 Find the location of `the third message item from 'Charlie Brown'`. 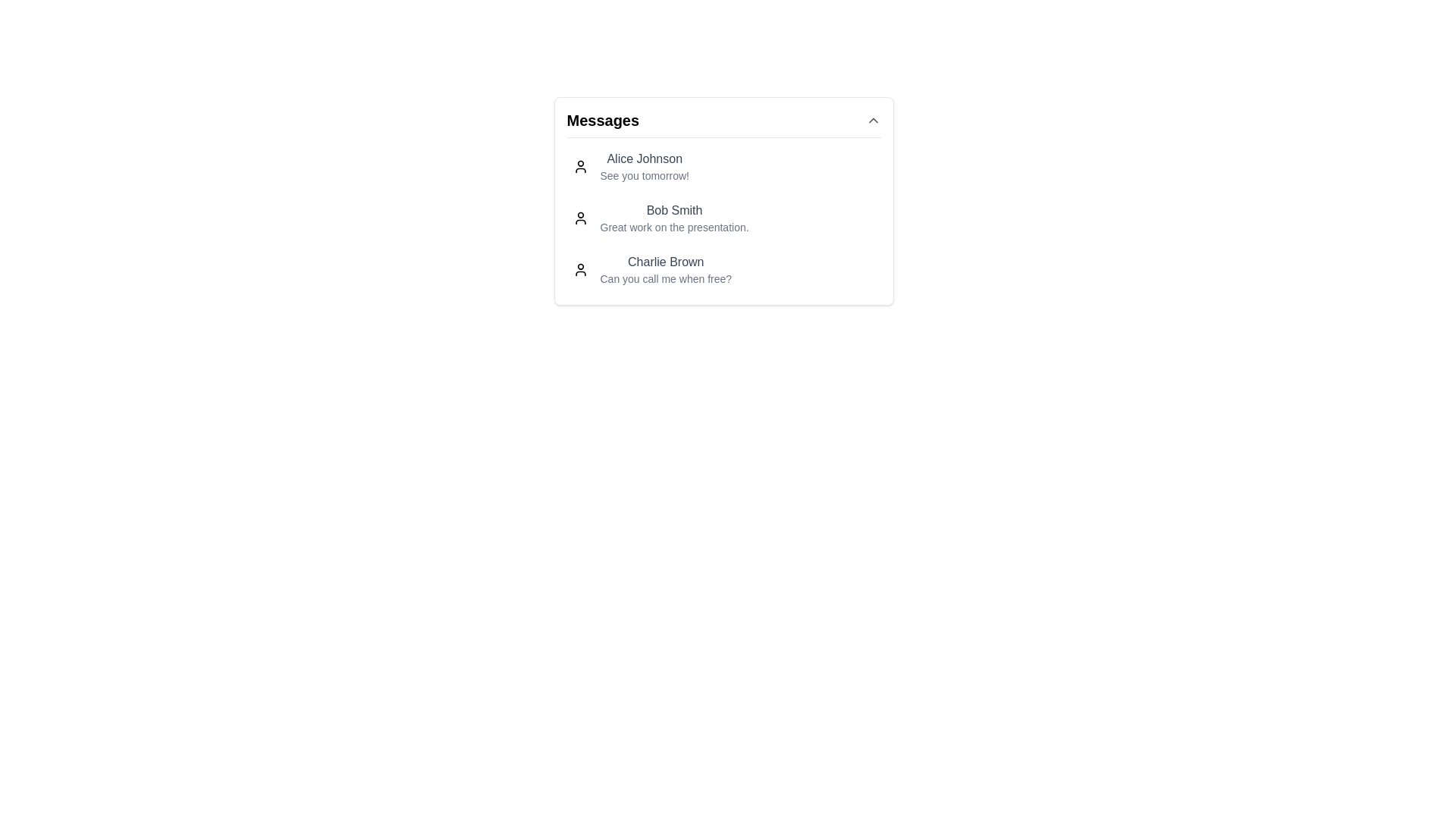

the third message item from 'Charlie Brown' is located at coordinates (723, 268).